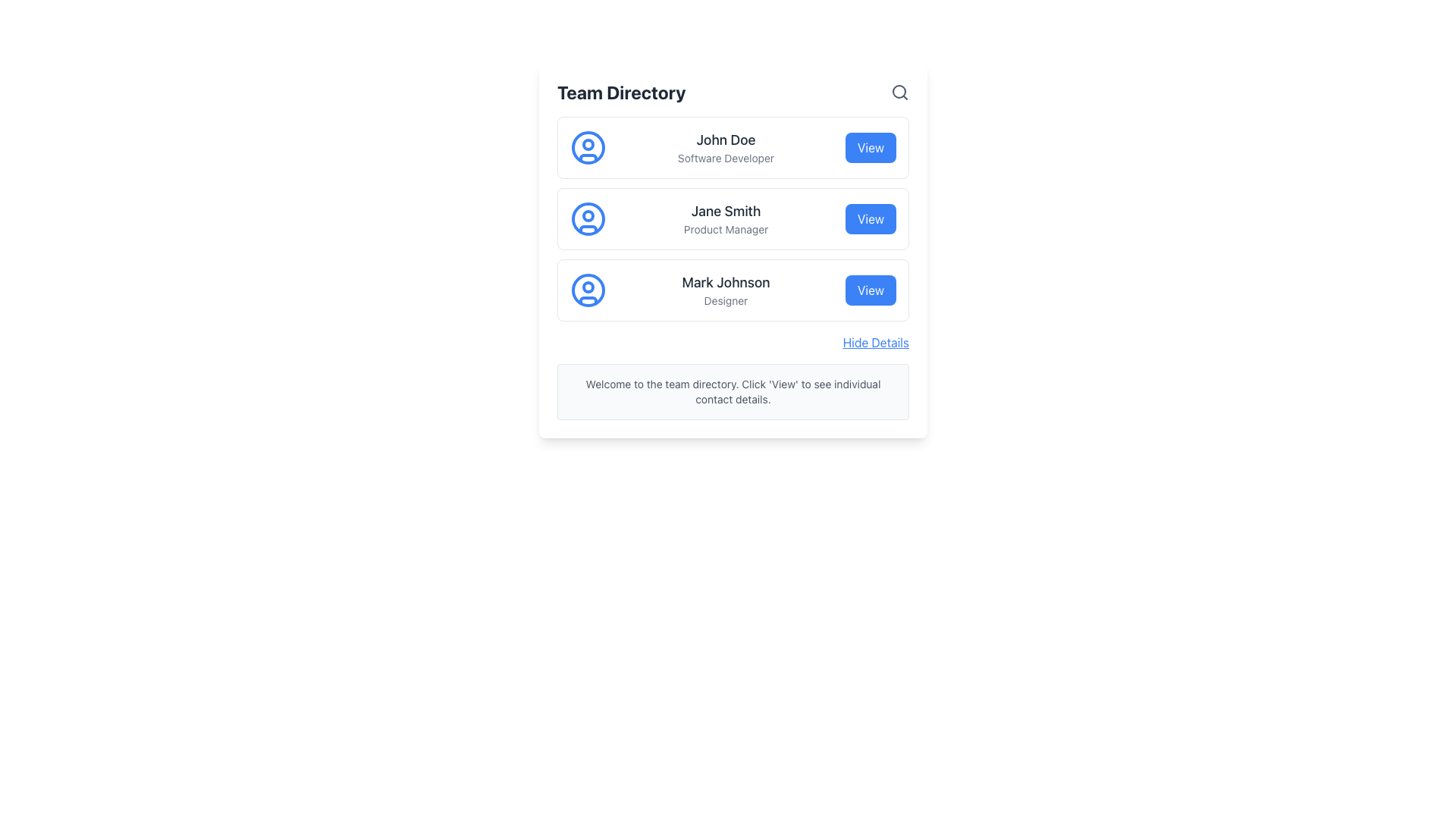 Image resolution: width=1456 pixels, height=819 pixels. What do you see at coordinates (588, 219) in the screenshot?
I see `the blue circular user profile icon located in the second row of the Team Directory, next to 'Jane Smith - Product Manager'` at bounding box center [588, 219].